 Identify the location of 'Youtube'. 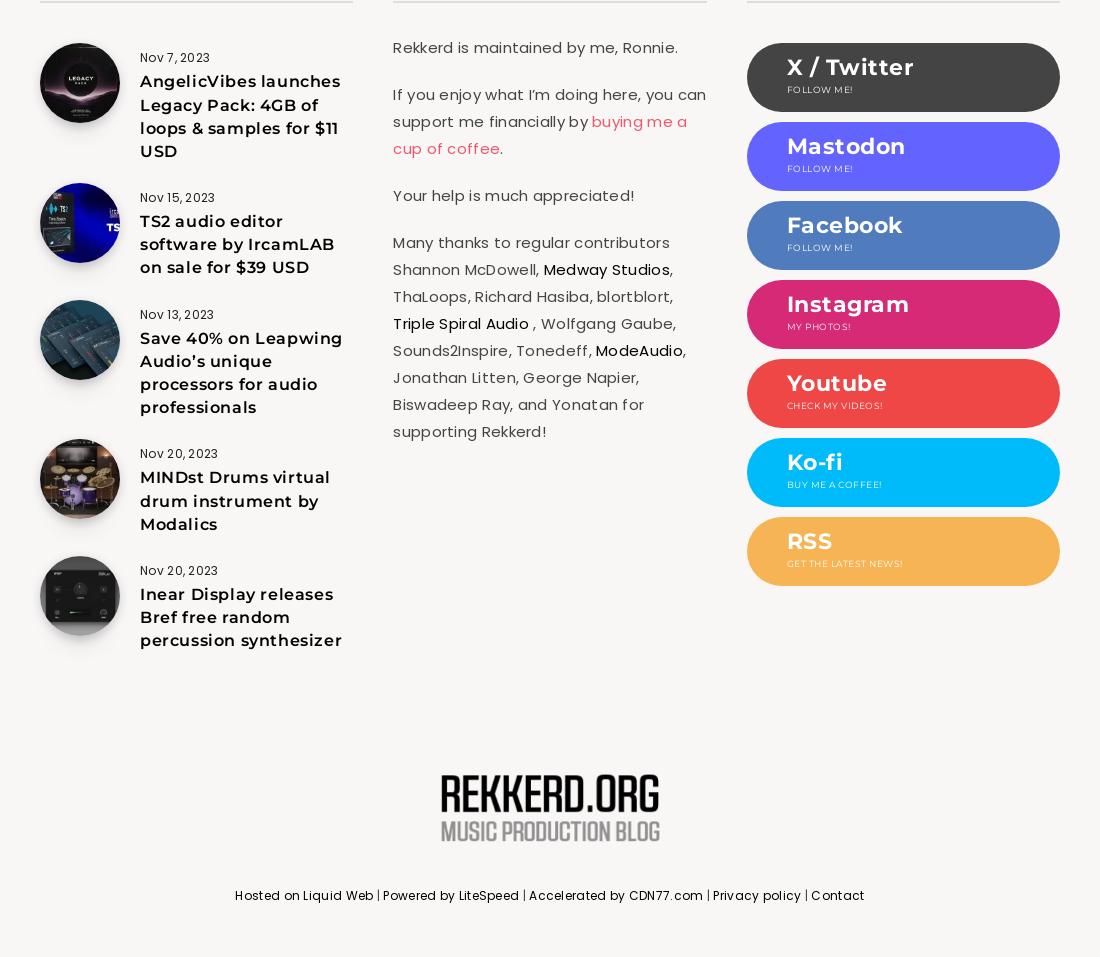
(835, 383).